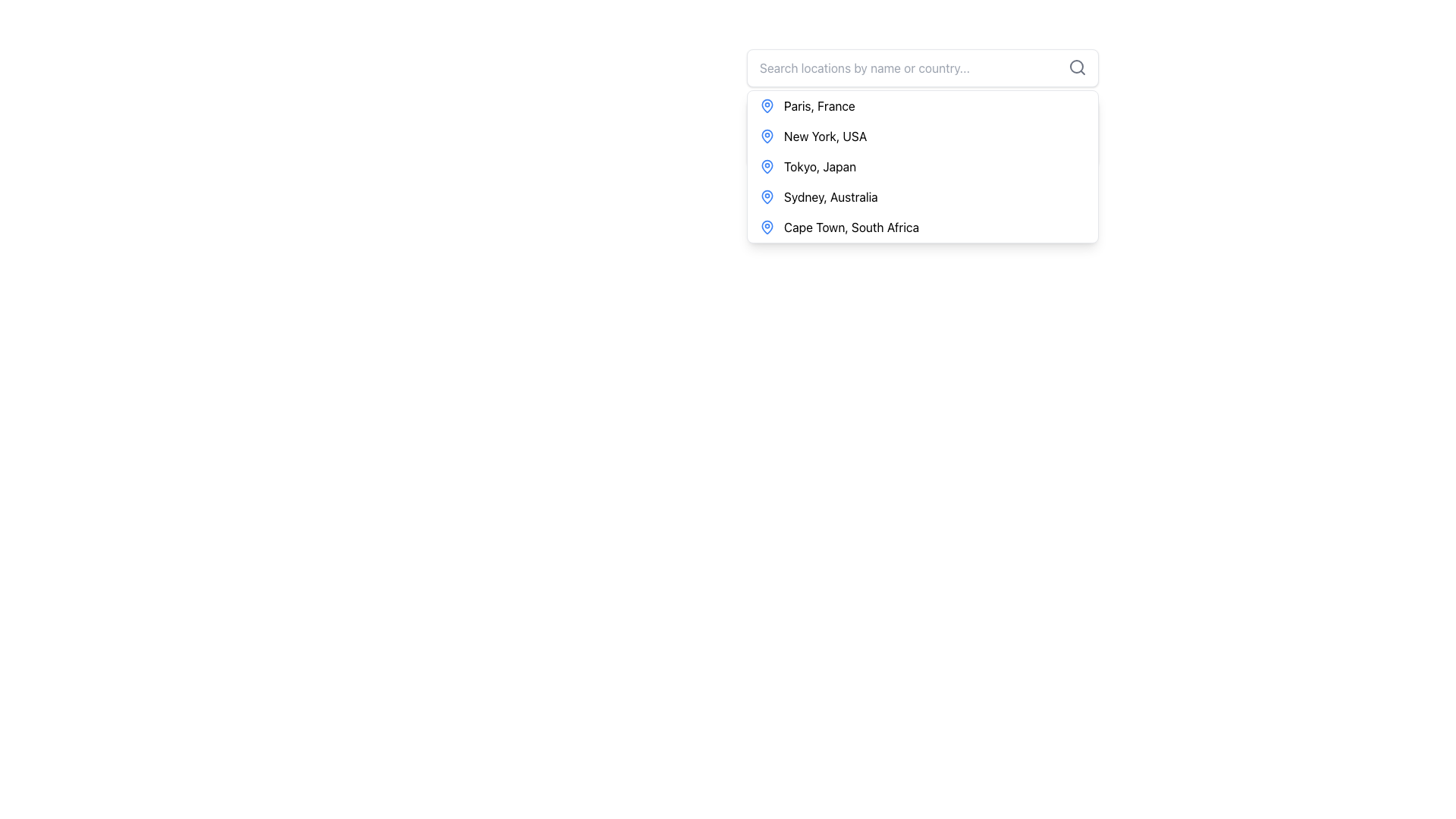 This screenshot has width=1456, height=819. I want to click on location icon to the left of the text label 'Cape Town, South Africa' in the dropdown list, so click(767, 227).